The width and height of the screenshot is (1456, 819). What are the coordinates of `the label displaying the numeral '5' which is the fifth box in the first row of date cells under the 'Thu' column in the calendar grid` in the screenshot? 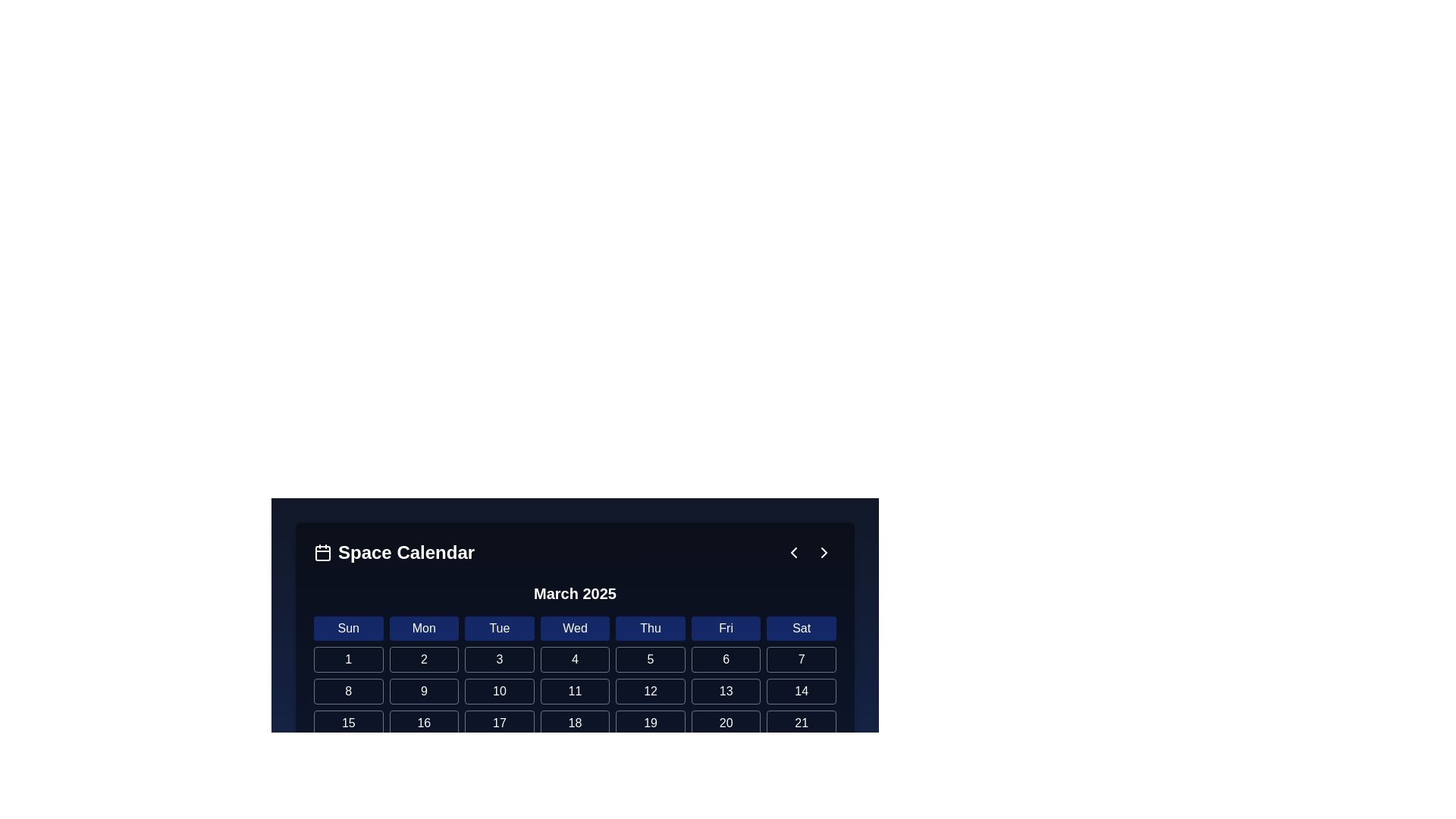 It's located at (651, 659).